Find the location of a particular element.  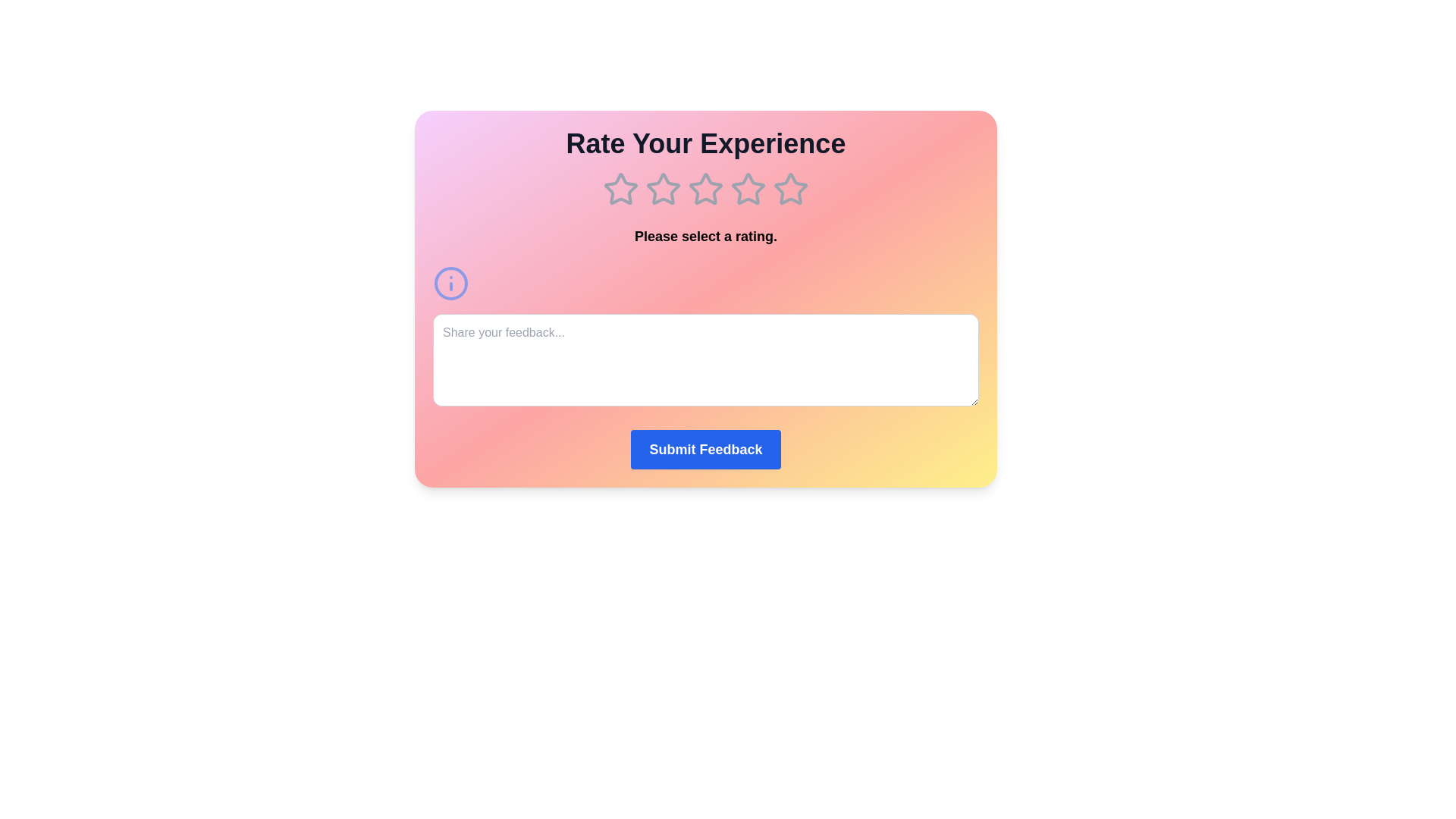

the 4 star in the rating component is located at coordinates (748, 189).